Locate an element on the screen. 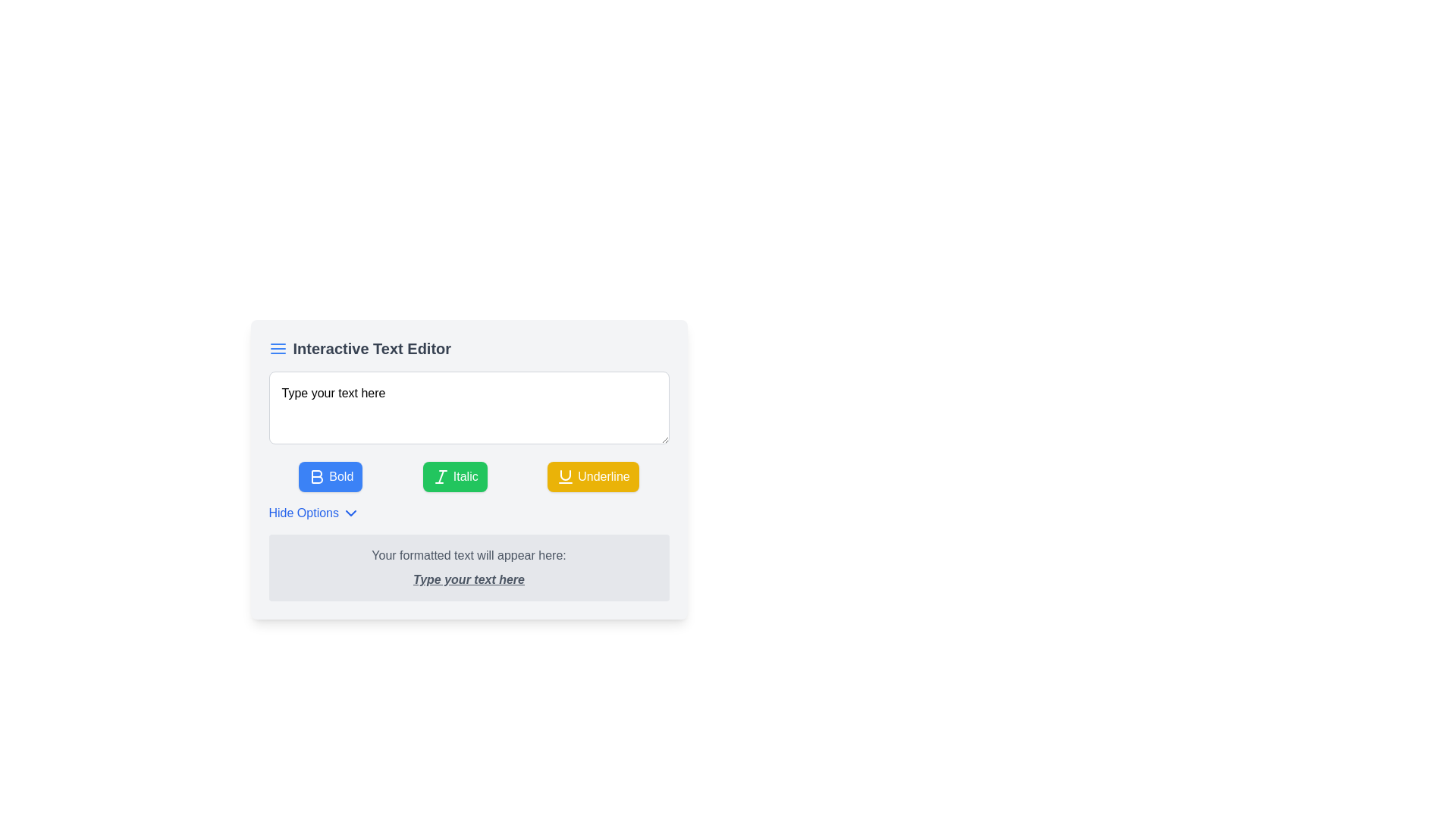 The width and height of the screenshot is (1456, 819). the static informational label that indicates where the formatted text output will be displayed, located above the emphasized text segment reading 'Type your text here.' is located at coordinates (468, 555).